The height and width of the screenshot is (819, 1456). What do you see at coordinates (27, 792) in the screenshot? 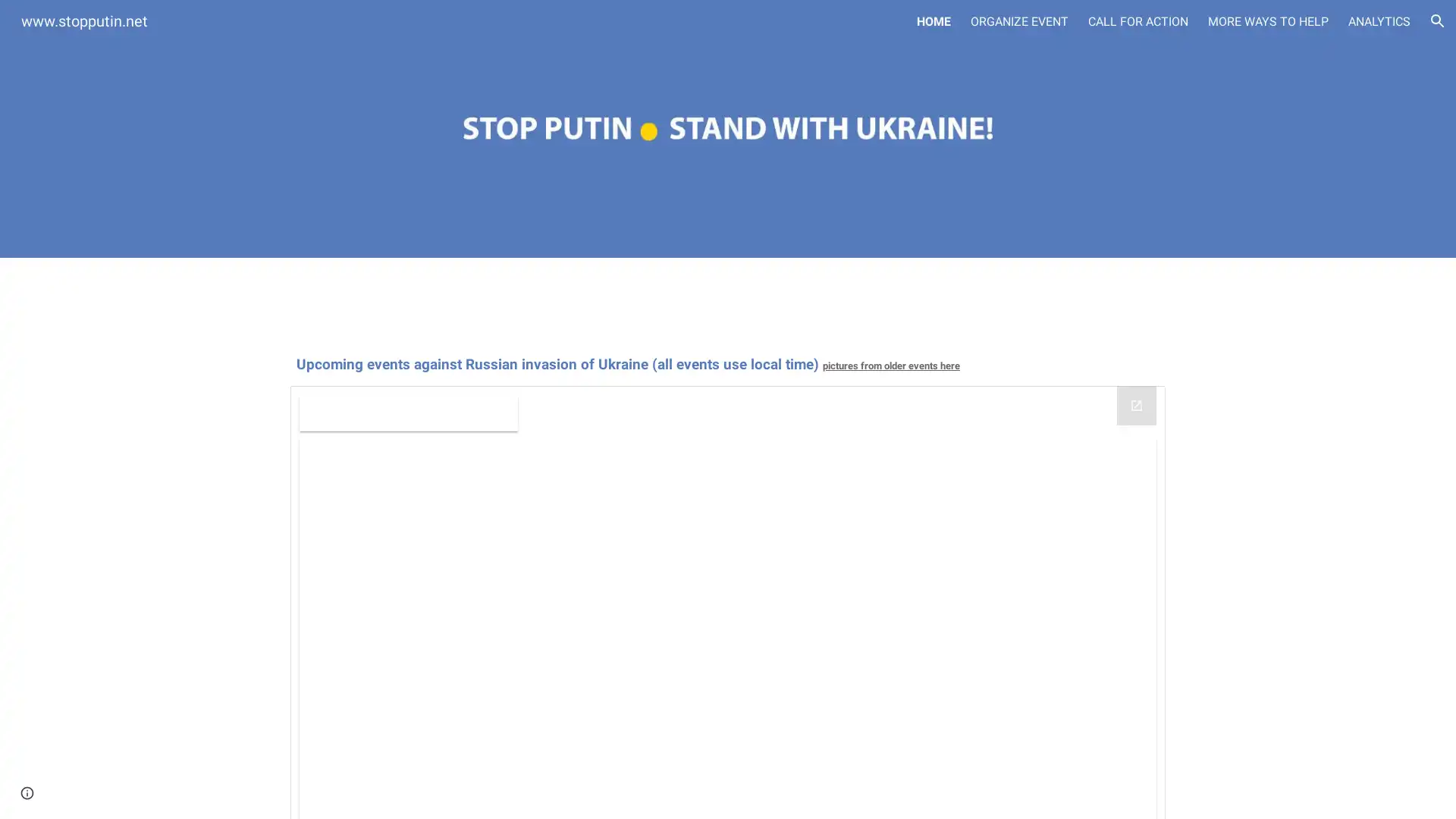
I see `Site actions` at bounding box center [27, 792].